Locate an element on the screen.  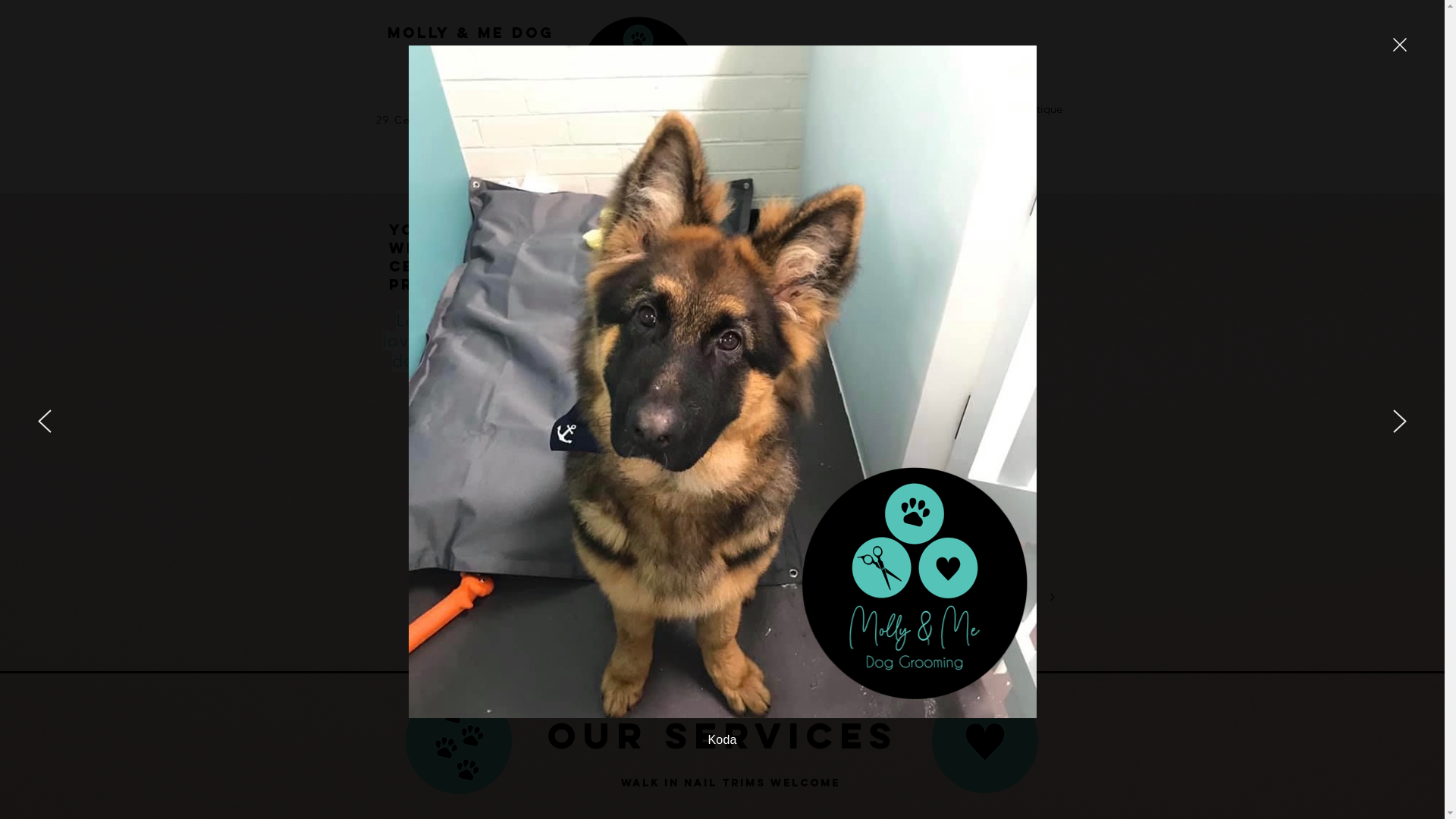
'29 Centre Road, Vermont 3133' is located at coordinates (469, 119).